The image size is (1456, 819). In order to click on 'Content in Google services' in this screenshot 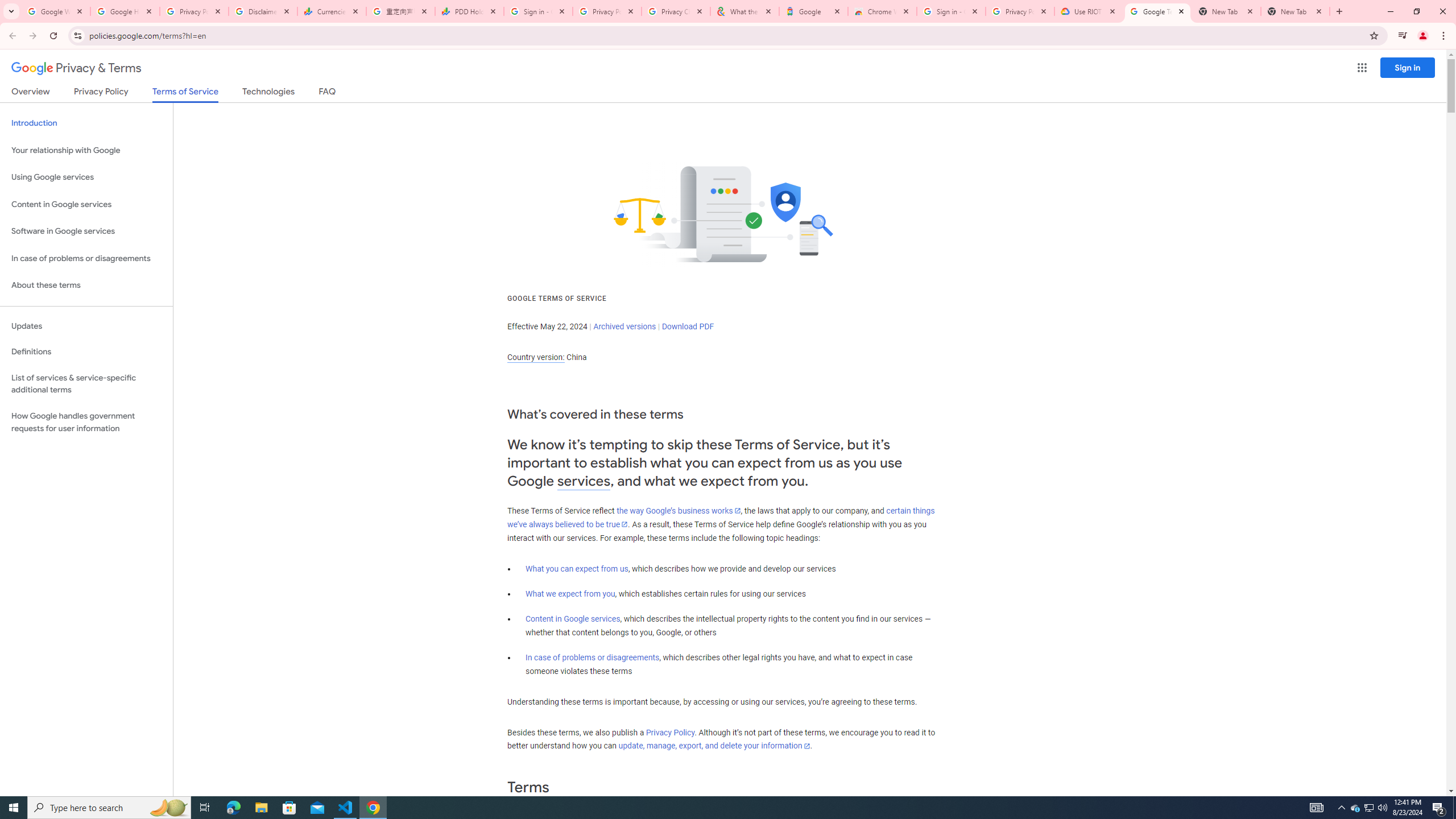, I will do `click(572, 618)`.